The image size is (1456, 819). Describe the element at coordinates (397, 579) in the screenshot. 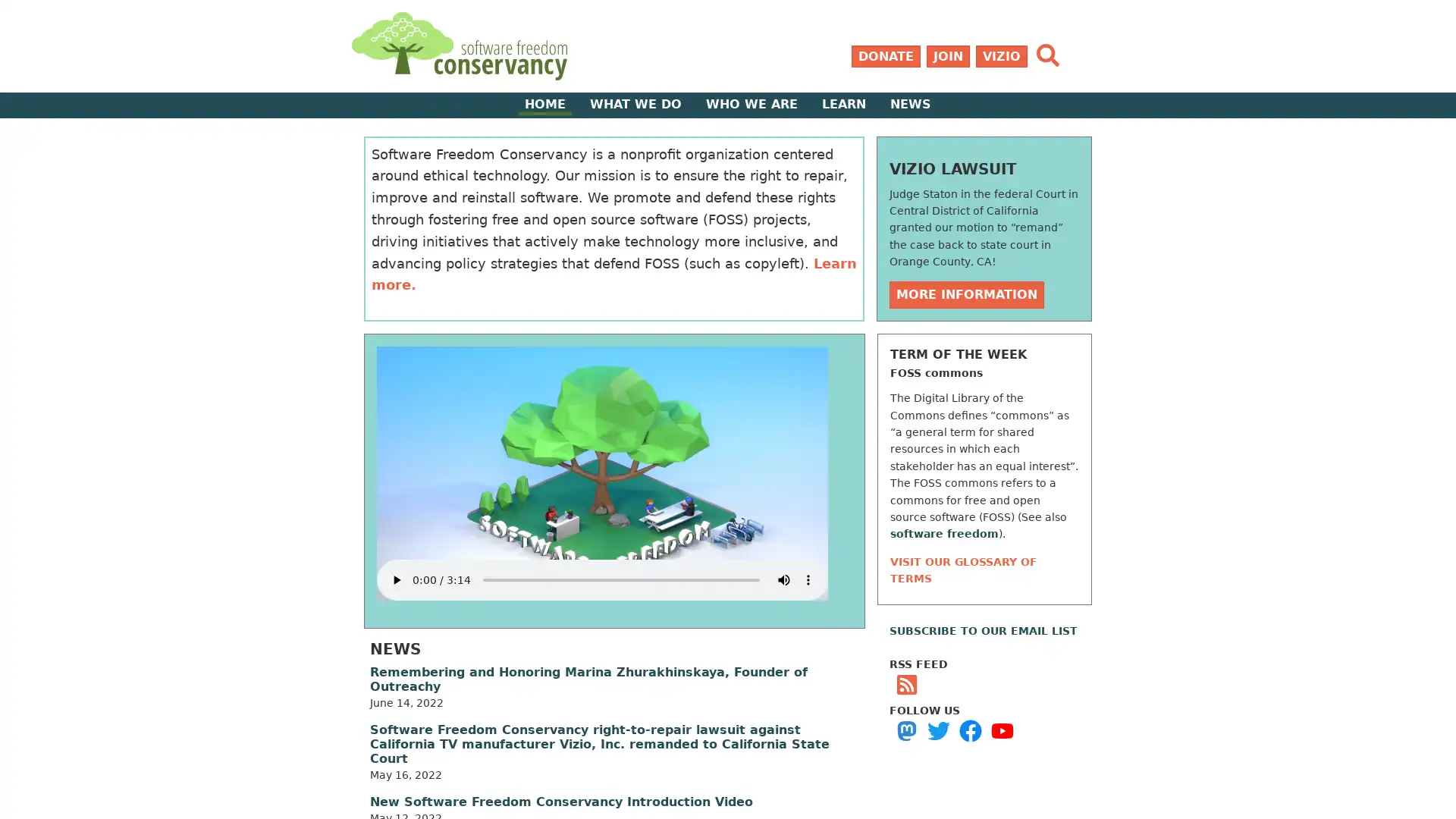

I see `play` at that location.